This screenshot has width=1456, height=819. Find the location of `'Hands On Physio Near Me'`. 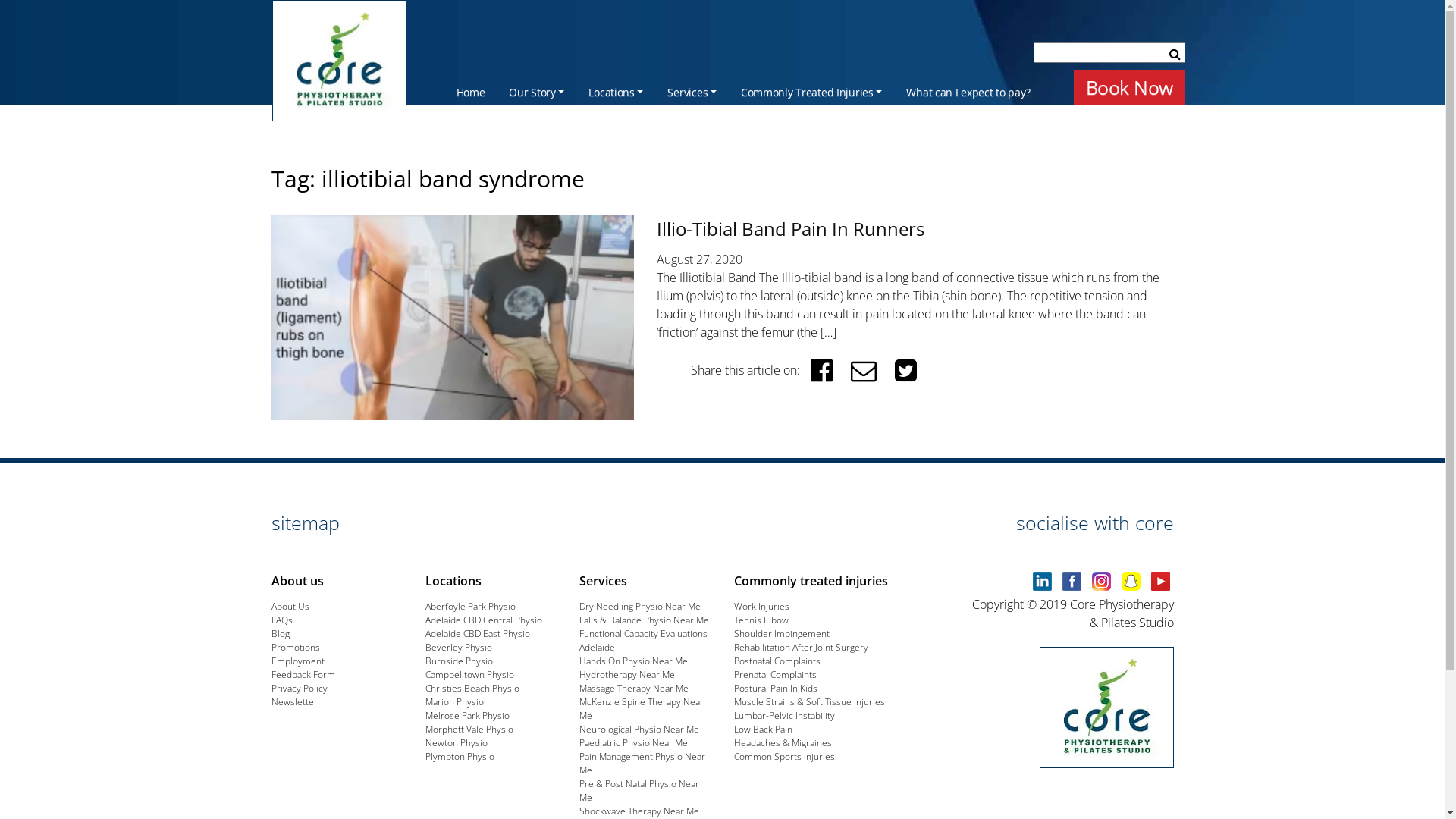

'Hands On Physio Near Me' is located at coordinates (633, 660).